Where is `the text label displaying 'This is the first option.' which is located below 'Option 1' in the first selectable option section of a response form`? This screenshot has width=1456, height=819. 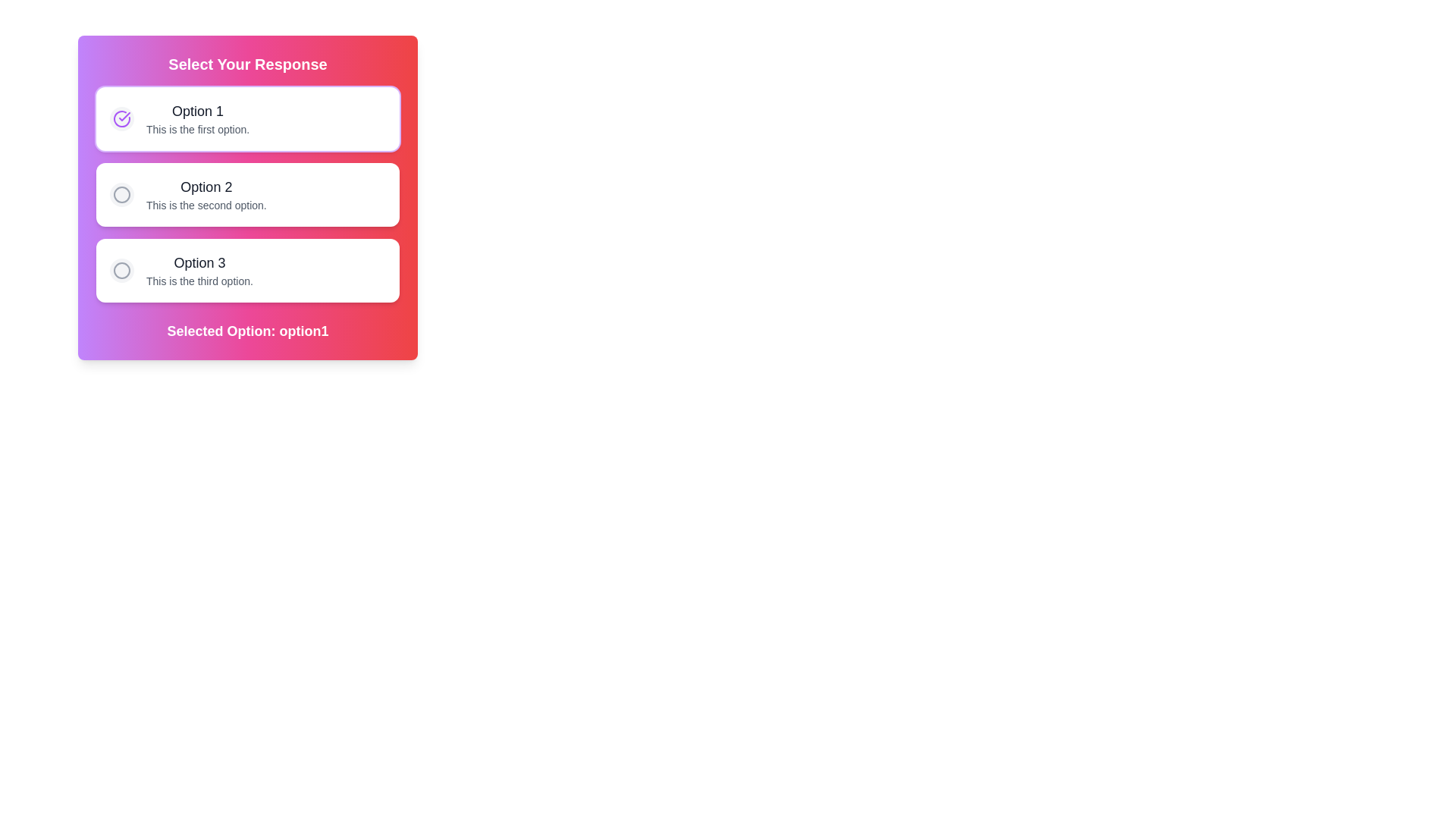 the text label displaying 'This is the first option.' which is located below 'Option 1' in the first selectable option section of a response form is located at coordinates (197, 128).